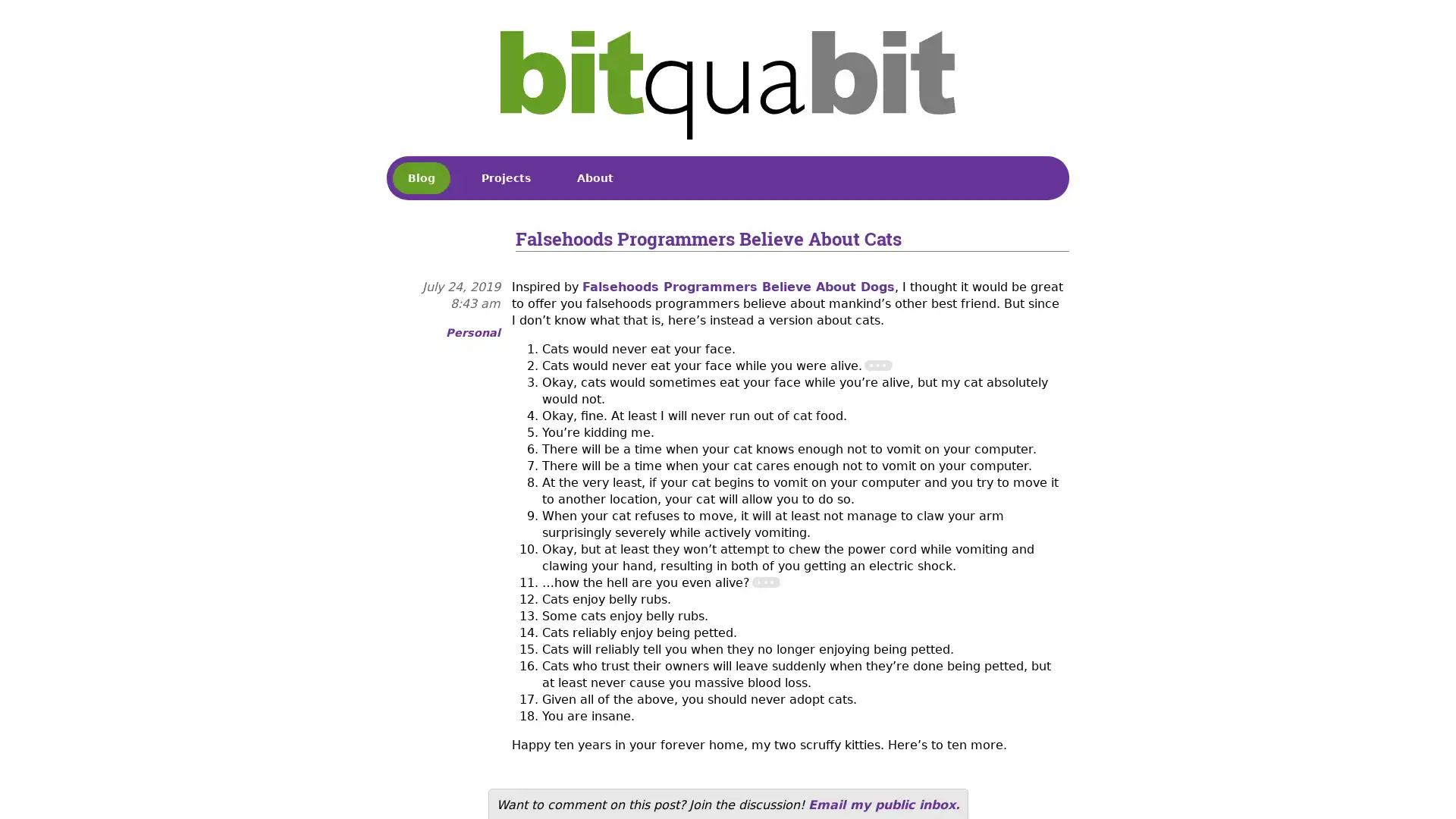  I want to click on Footnote 2, so click(765, 581).